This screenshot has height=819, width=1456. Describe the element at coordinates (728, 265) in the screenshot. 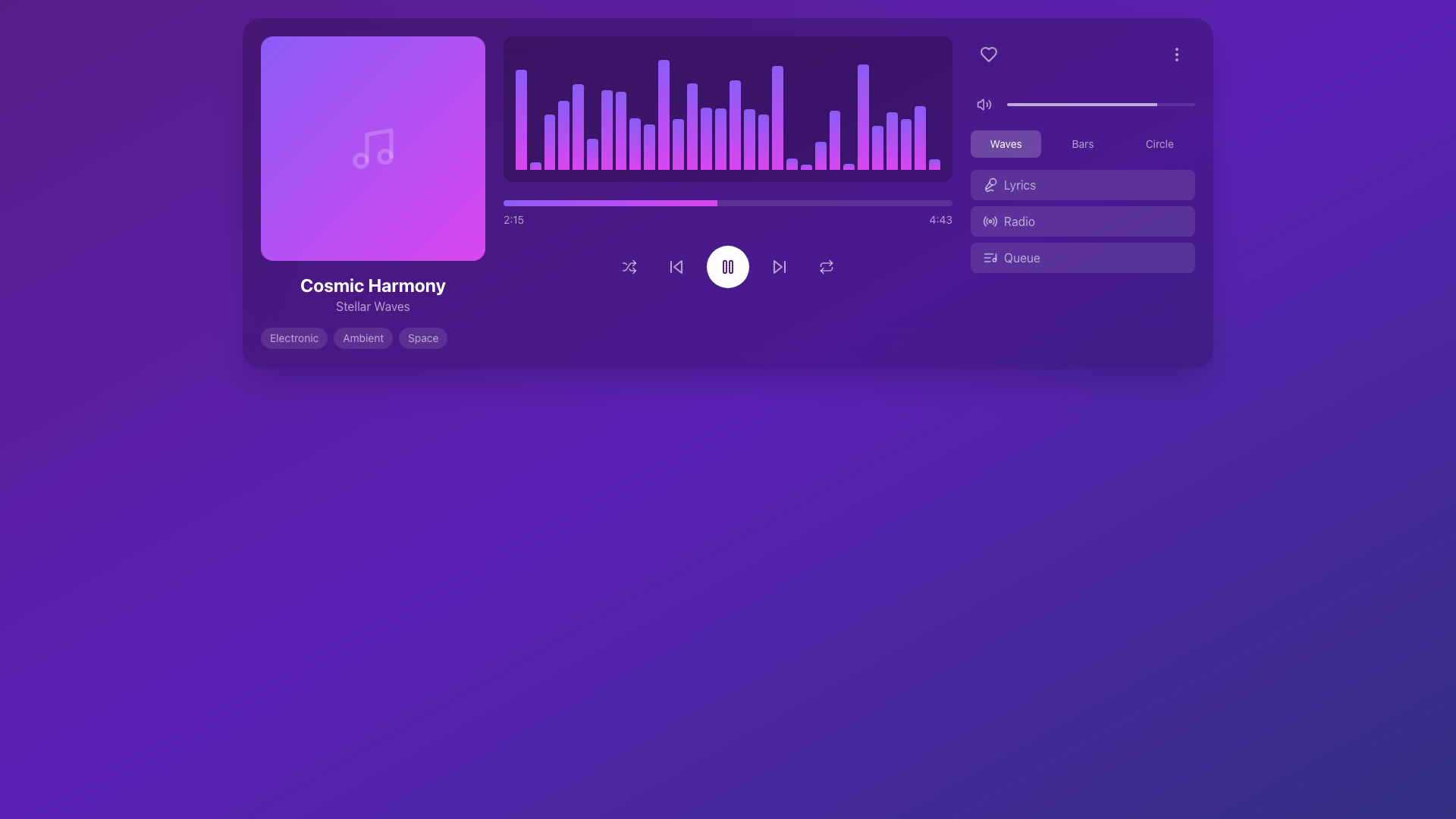

I see `the central rounded white button with a violet icon of two parallel vertical lines` at that location.